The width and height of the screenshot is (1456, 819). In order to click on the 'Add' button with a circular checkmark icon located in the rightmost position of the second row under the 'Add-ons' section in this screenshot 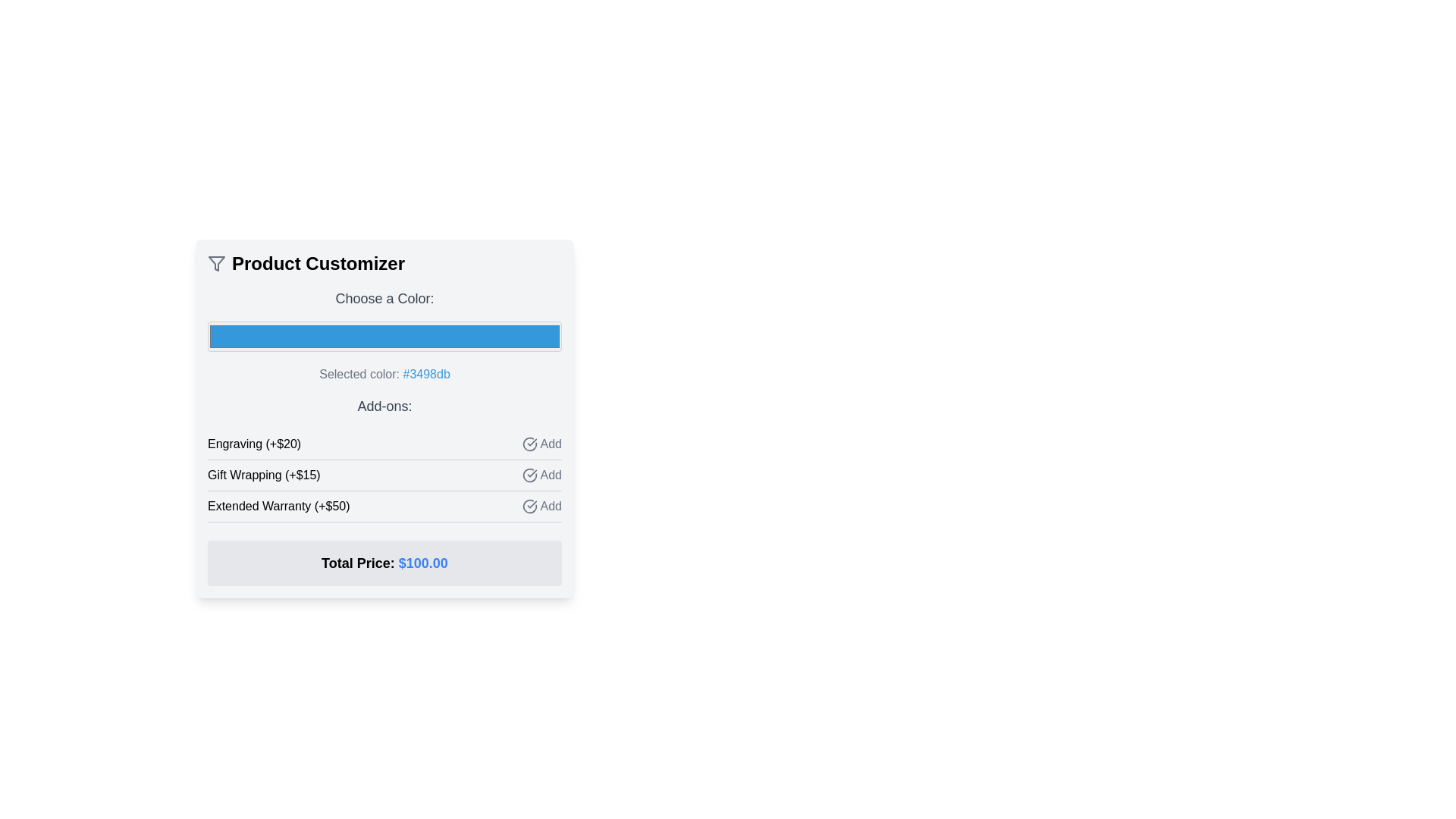, I will do `click(541, 475)`.